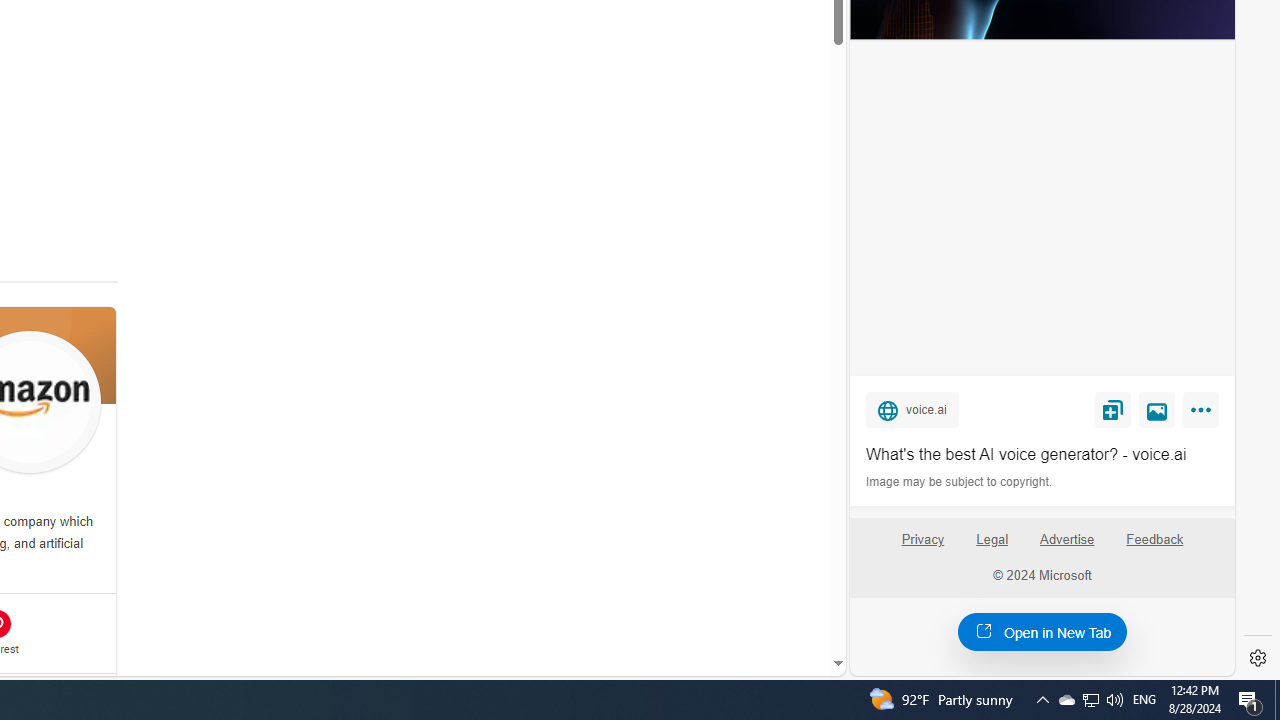  What do you see at coordinates (992, 538) in the screenshot?
I see `'Legal'` at bounding box center [992, 538].